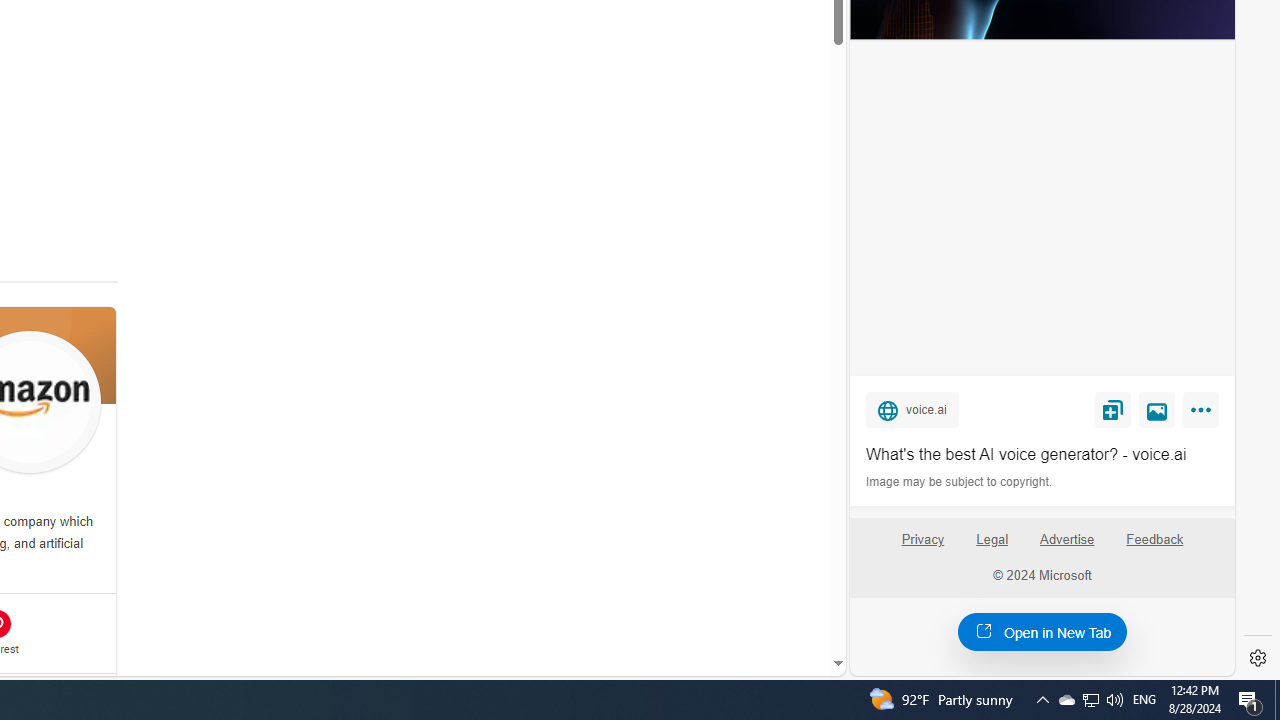  What do you see at coordinates (992, 538) in the screenshot?
I see `'Legal'` at bounding box center [992, 538].